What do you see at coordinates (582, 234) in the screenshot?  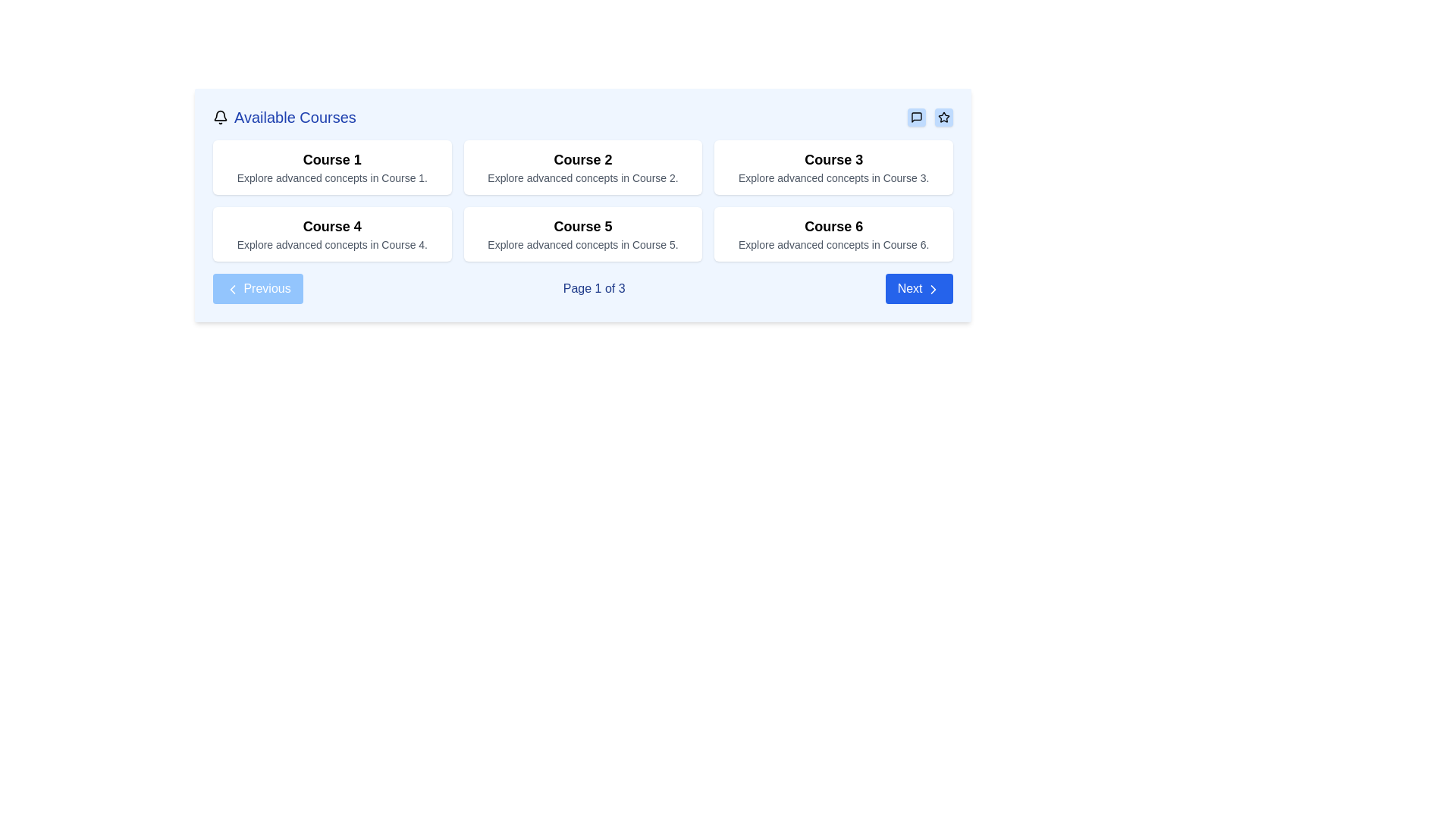 I see `the Card element displaying 'Course 5' with a white background and two lines of text, positioned in the second row, center column of a grid layout` at bounding box center [582, 234].